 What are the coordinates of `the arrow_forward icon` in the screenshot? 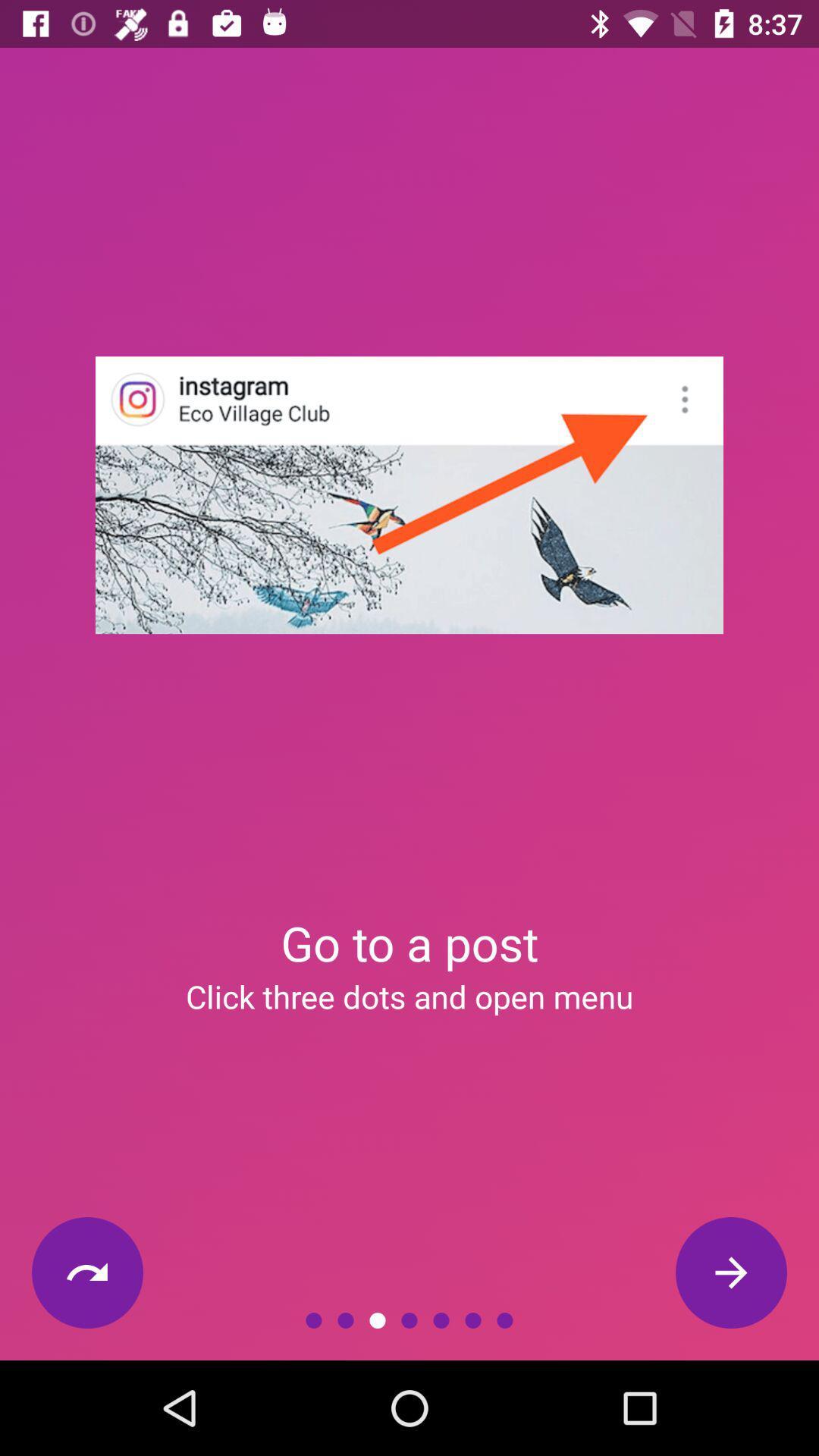 It's located at (730, 1272).